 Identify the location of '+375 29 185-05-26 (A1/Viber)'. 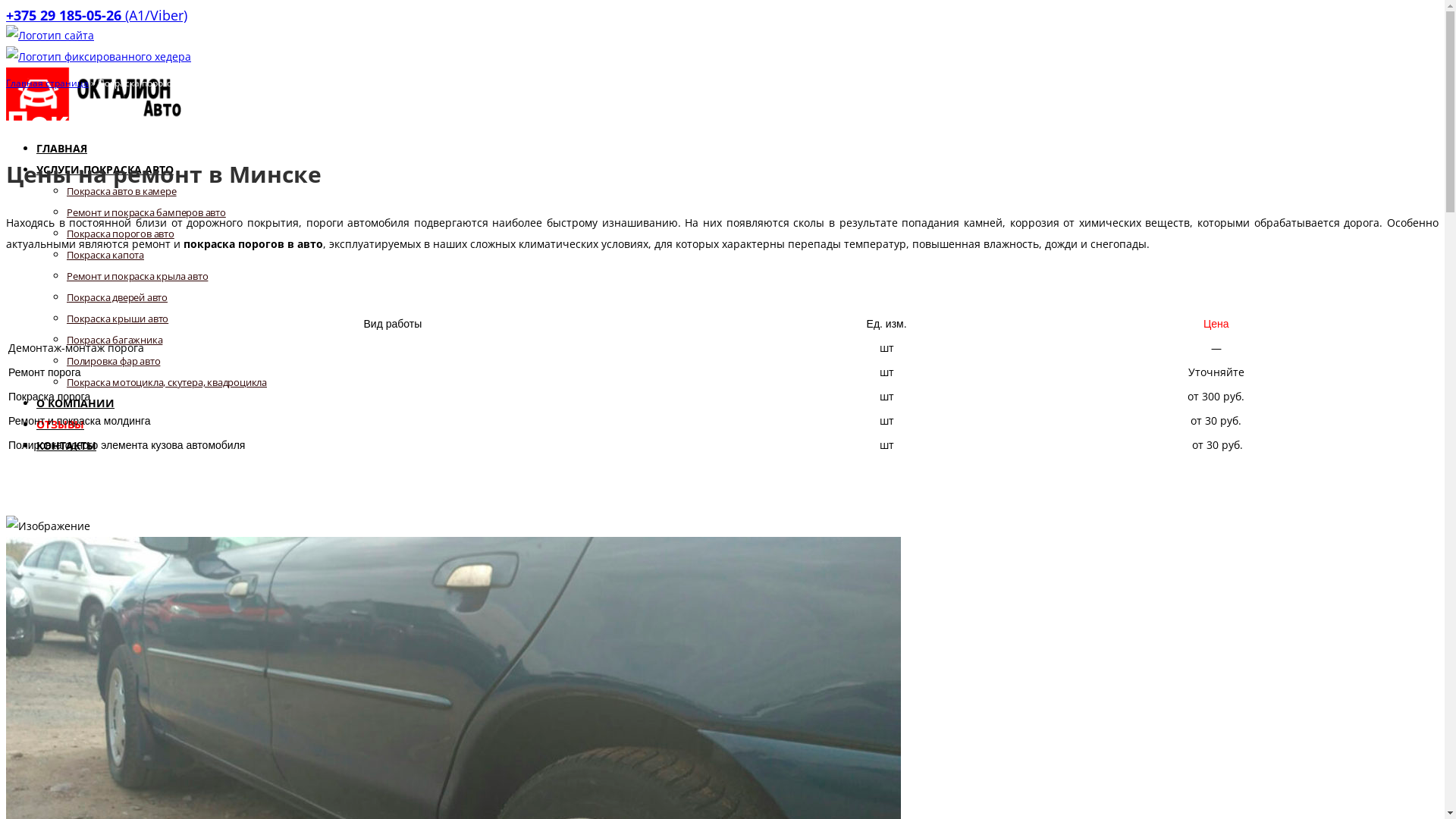
(96, 14).